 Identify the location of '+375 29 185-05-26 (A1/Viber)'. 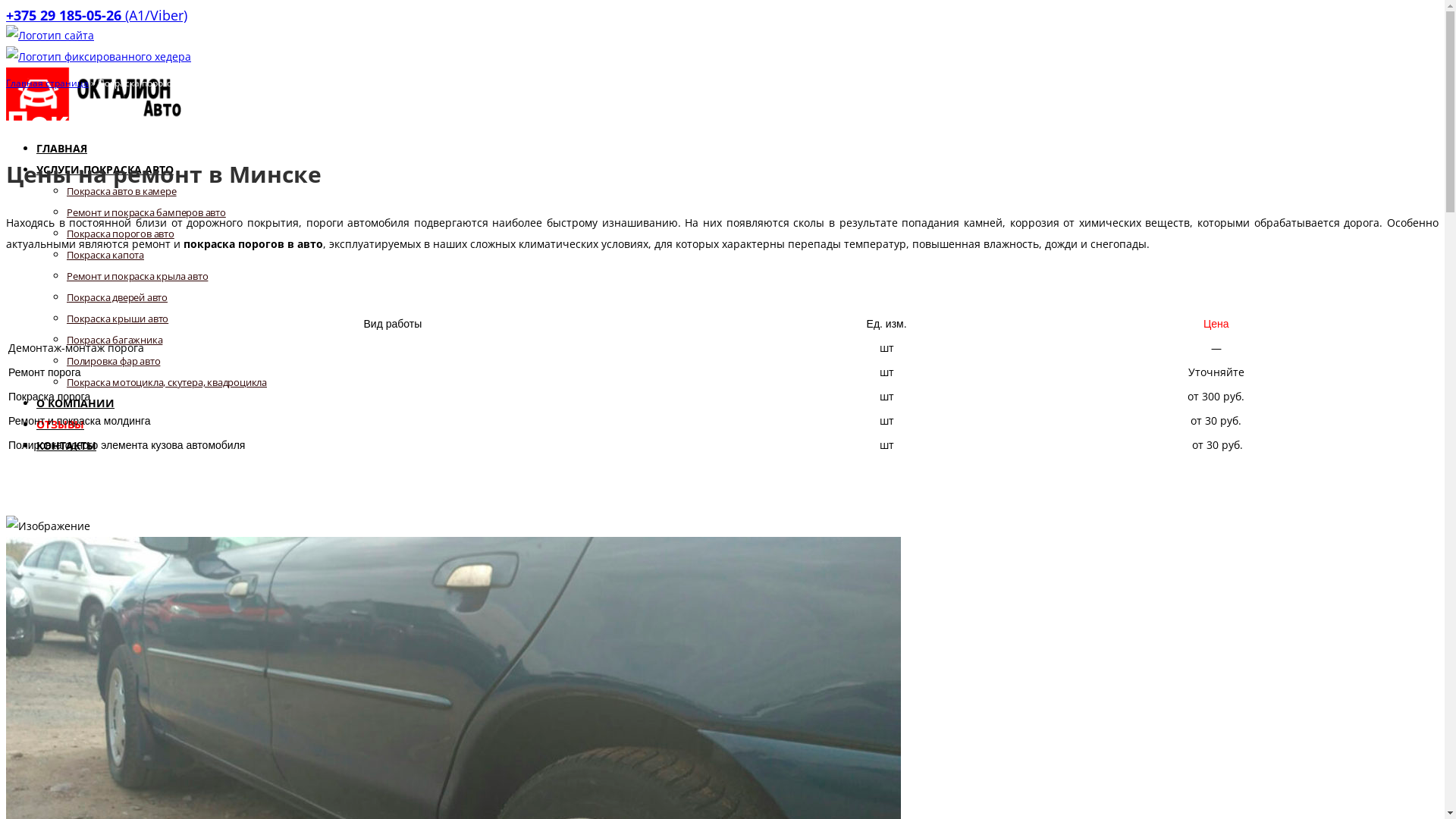
(96, 14).